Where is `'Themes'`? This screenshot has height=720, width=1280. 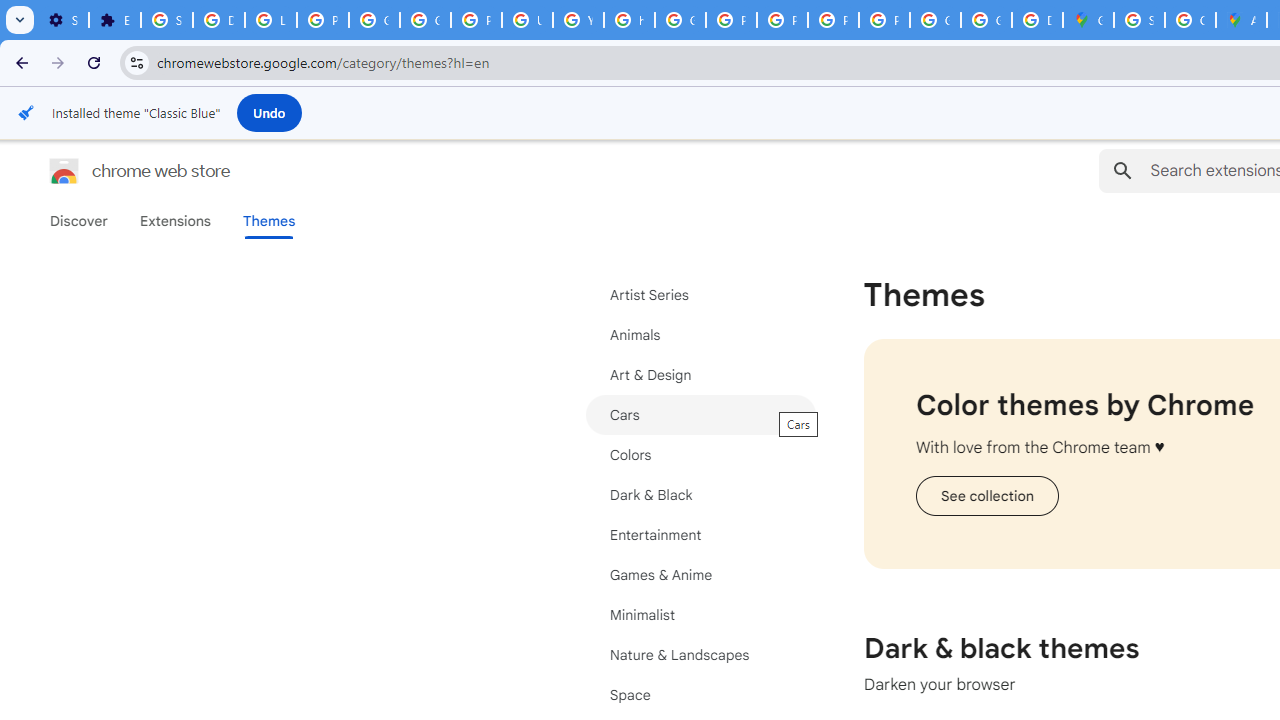 'Themes' is located at coordinates (268, 221).